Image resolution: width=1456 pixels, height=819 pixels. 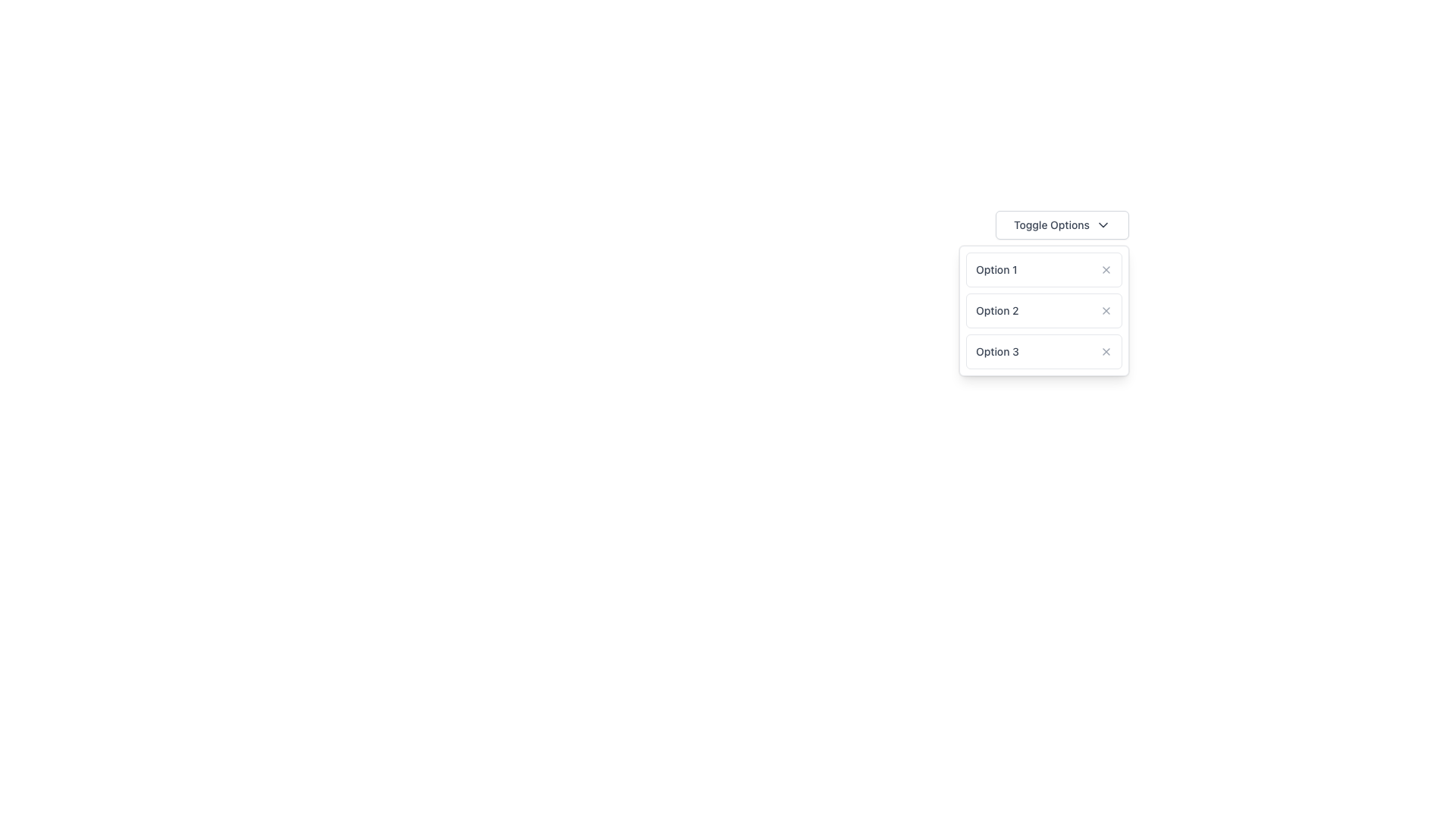 What do you see at coordinates (1106, 309) in the screenshot?
I see `the 'X' close icon located to the right of the 'Option 2' label` at bounding box center [1106, 309].